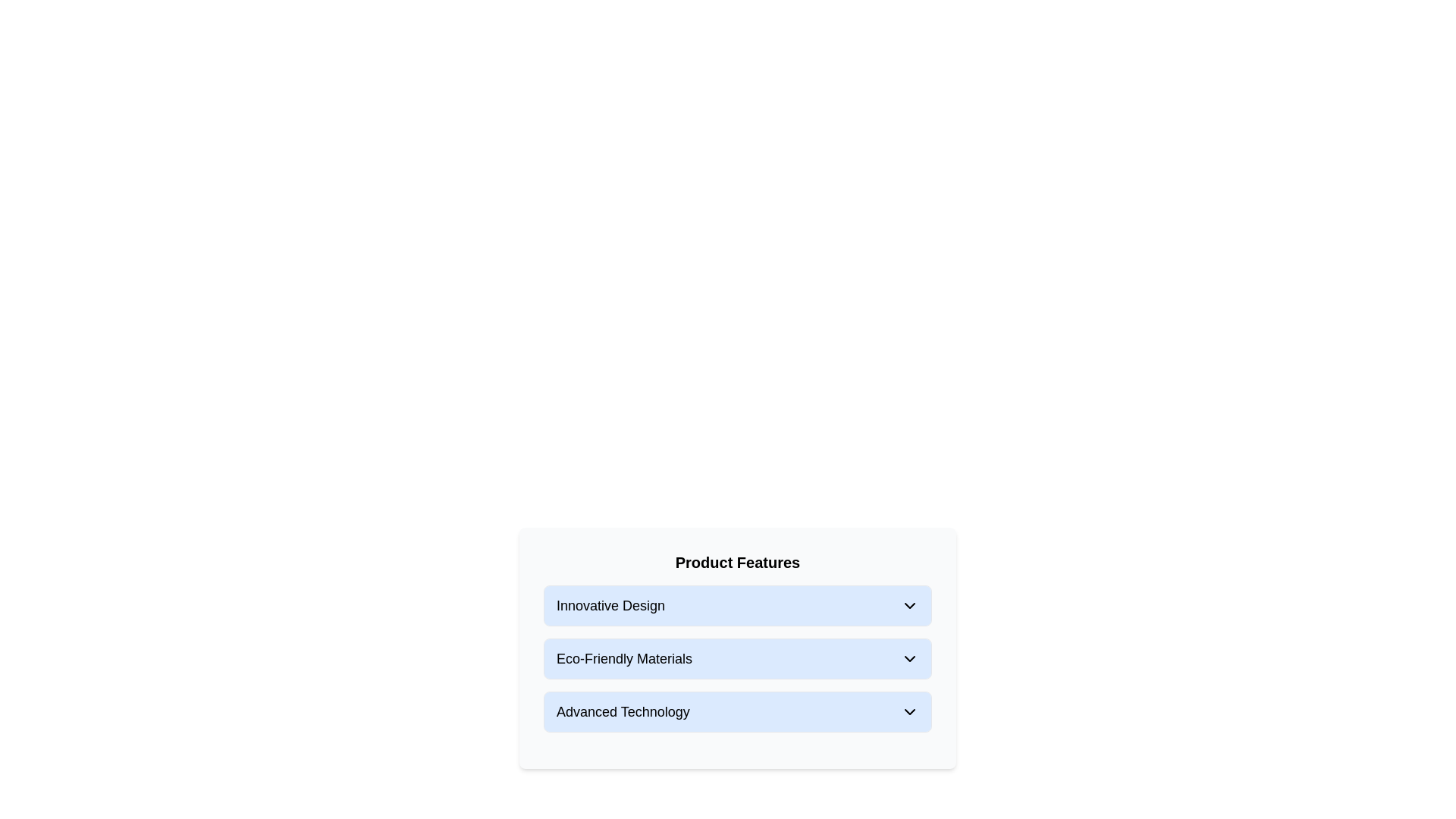  I want to click on the 'Innovative Design' text label, which is styled with a medium font weight and large text size, located on a light blue background within the 'Product Features' section, so click(610, 604).